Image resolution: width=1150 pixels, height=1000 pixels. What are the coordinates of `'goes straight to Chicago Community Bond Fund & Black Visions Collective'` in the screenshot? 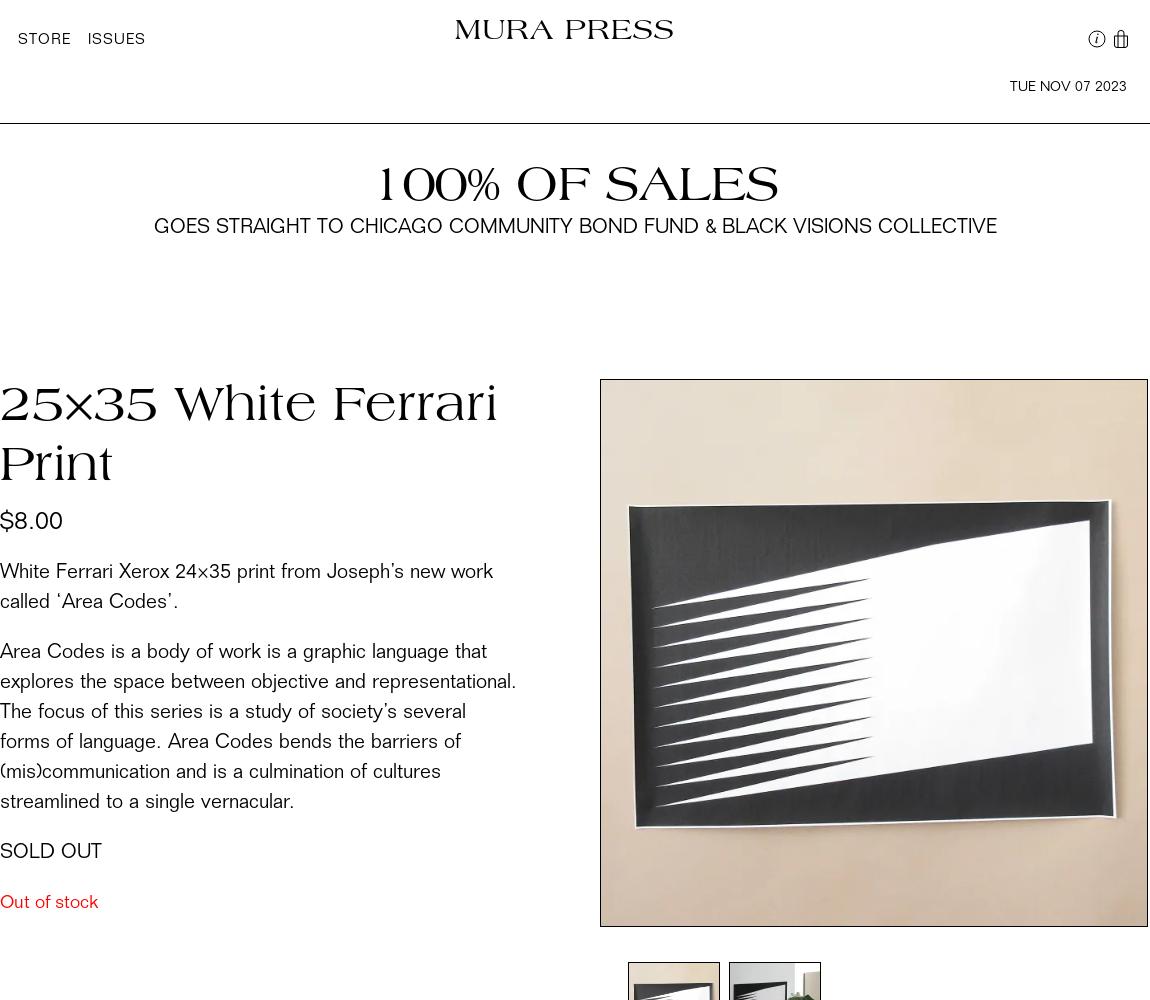 It's located at (151, 227).